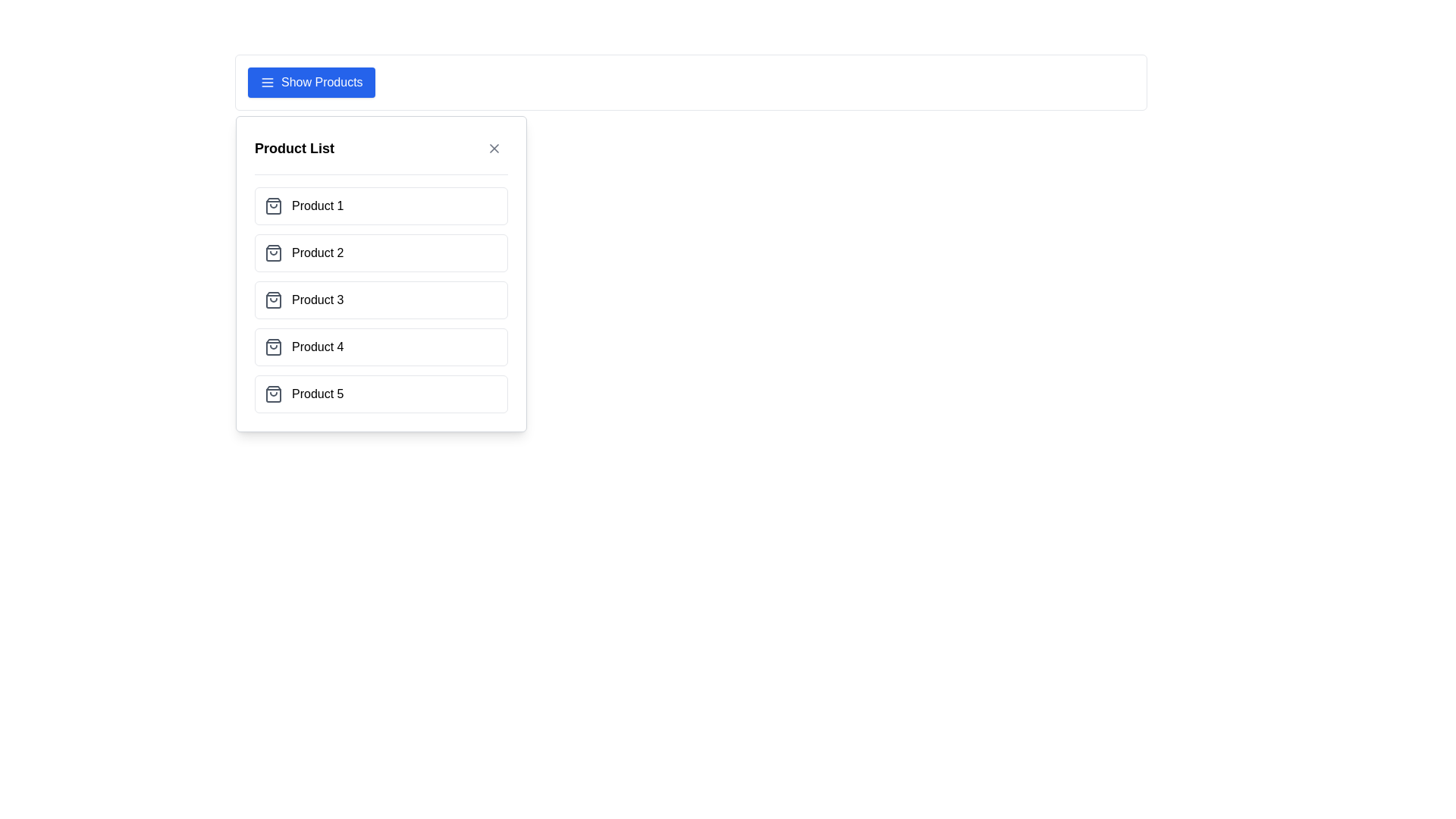  What do you see at coordinates (381, 274) in the screenshot?
I see `the second item` at bounding box center [381, 274].